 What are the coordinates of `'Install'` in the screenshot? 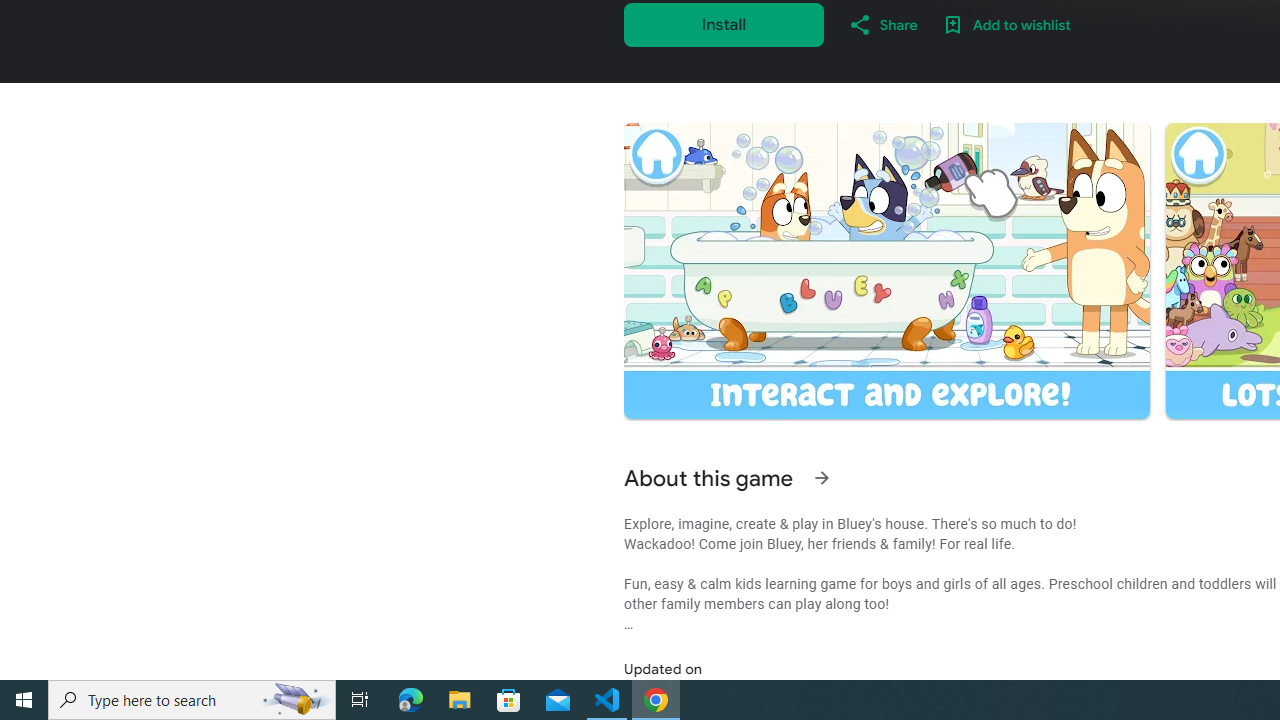 It's located at (722, 24).